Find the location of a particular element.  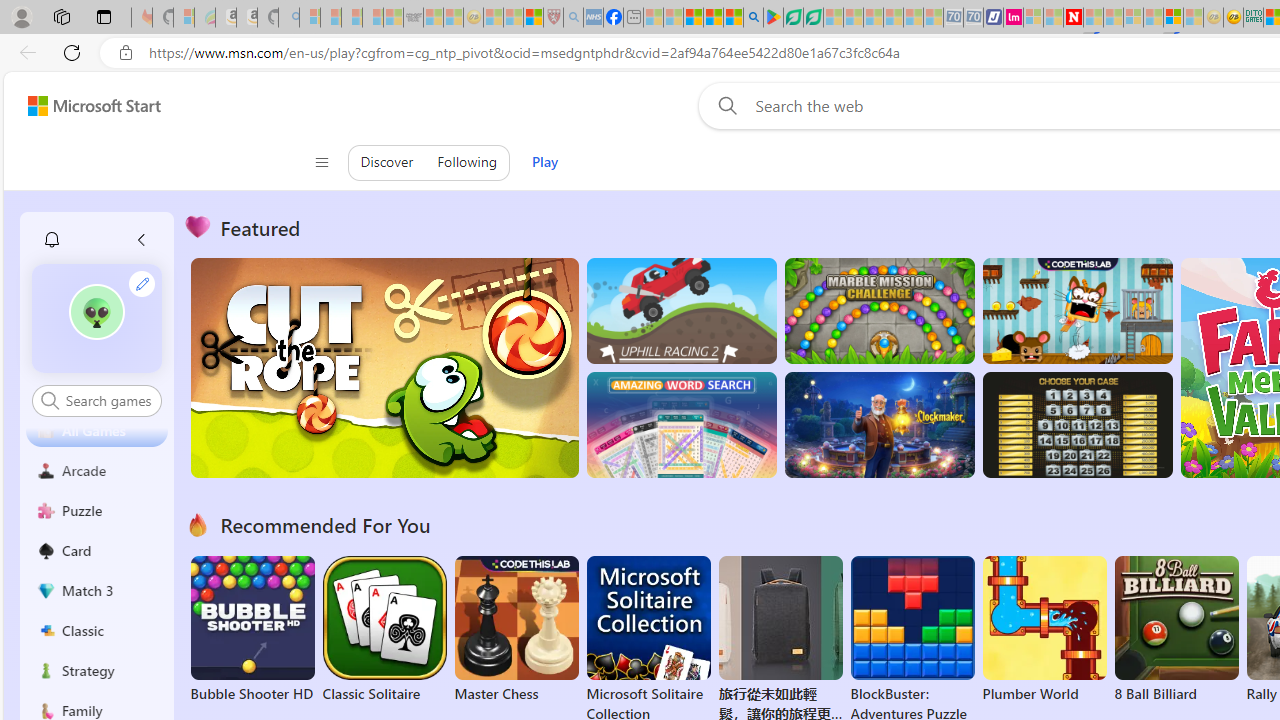

'Bubble Shooter HD' is located at coordinates (251, 630).